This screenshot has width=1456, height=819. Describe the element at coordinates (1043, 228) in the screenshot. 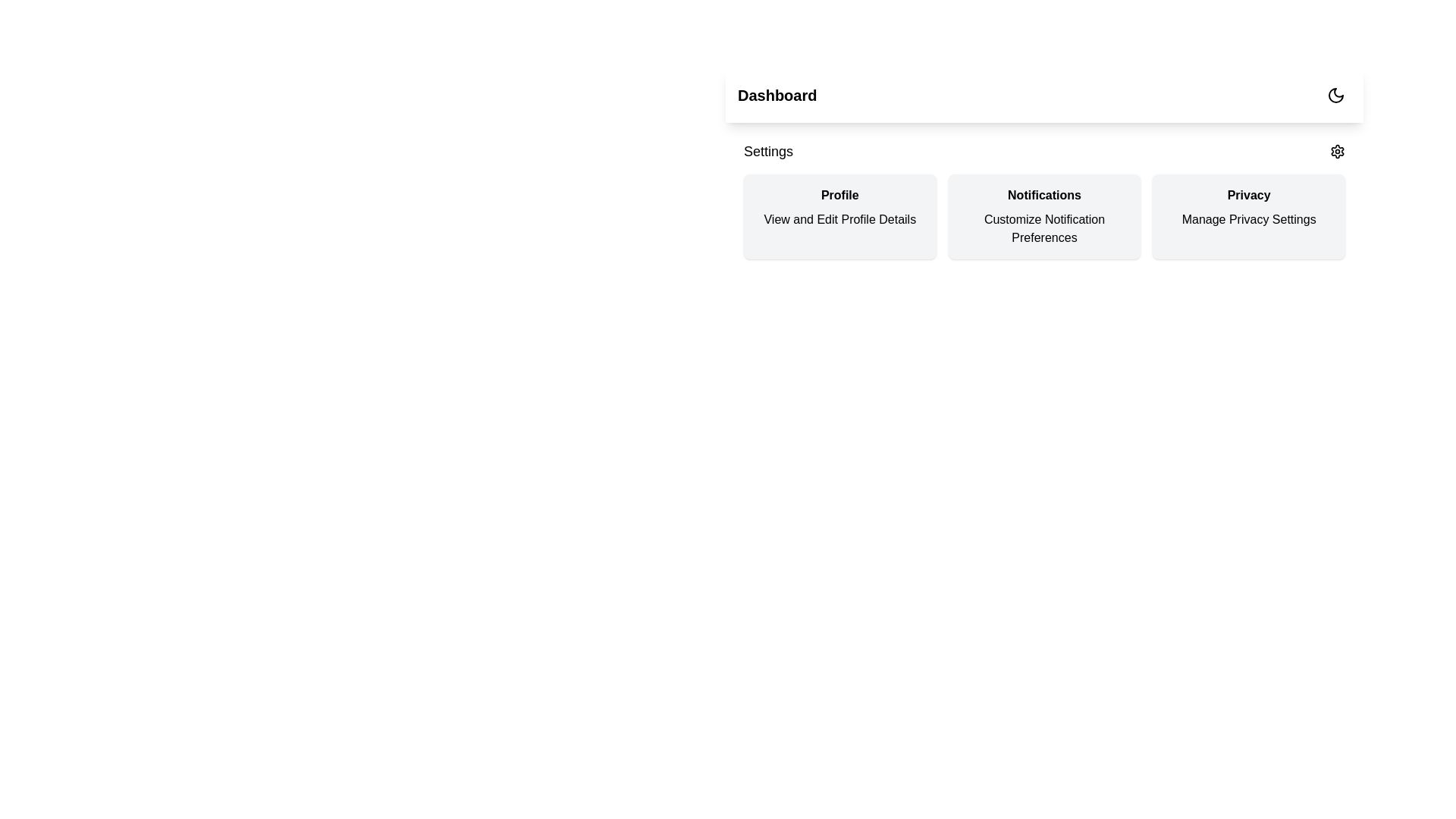

I see `the informative subtitle text label that provides guidance on notification customization options, located beneath the 'Notifications' header in the card layout` at that location.